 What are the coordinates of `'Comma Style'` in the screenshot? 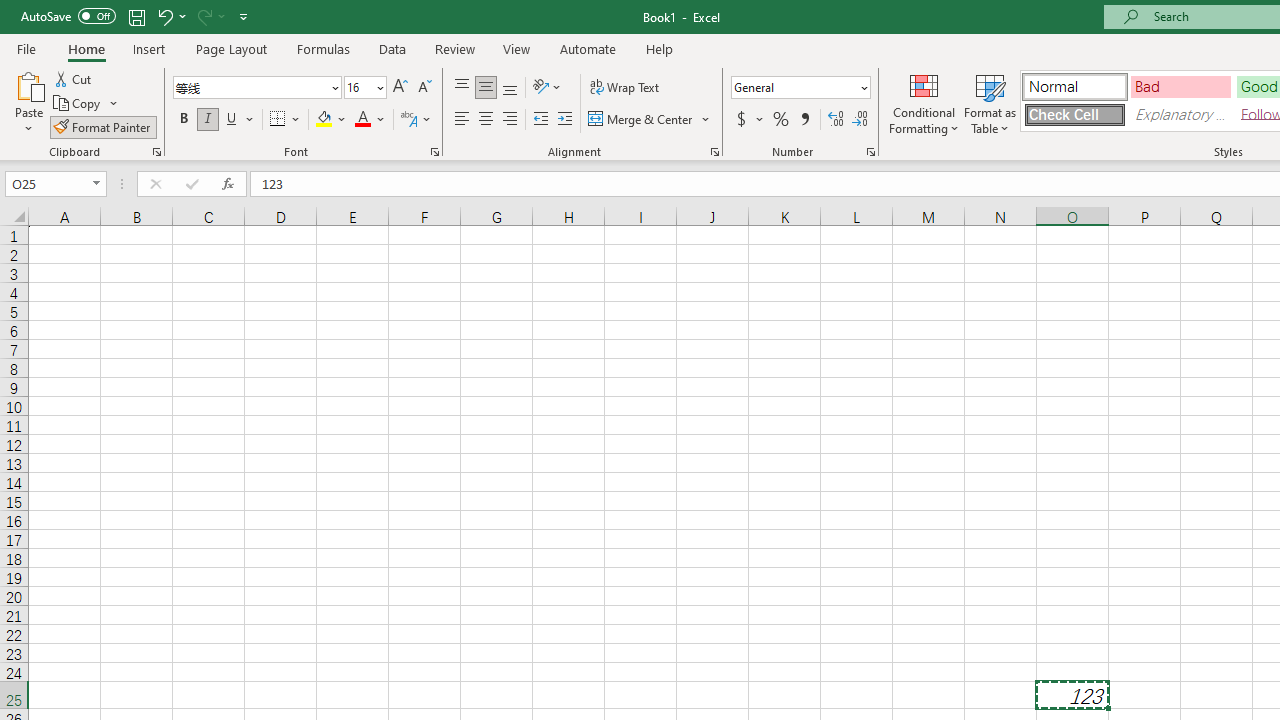 It's located at (805, 119).